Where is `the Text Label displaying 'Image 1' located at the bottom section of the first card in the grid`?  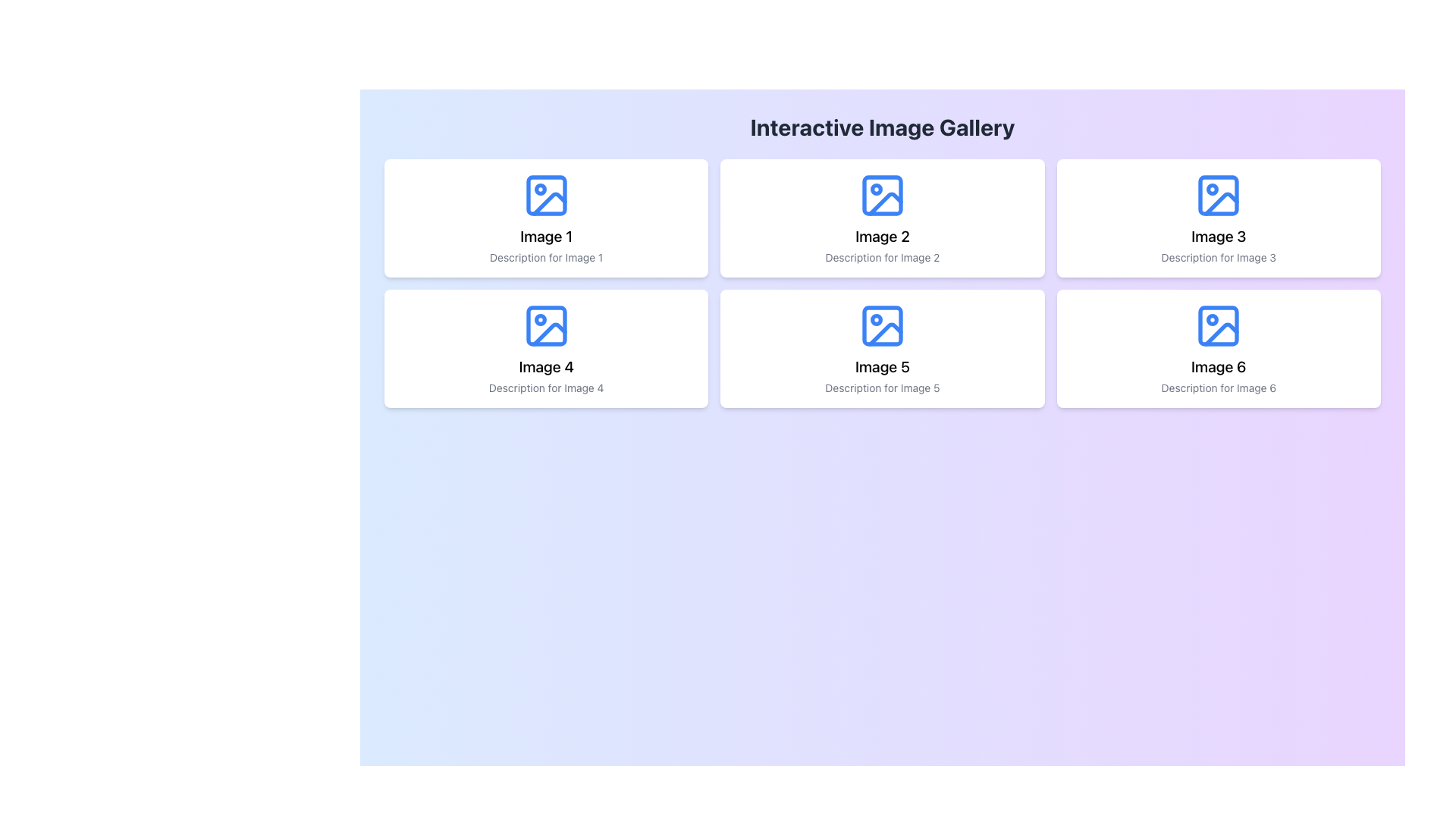 the Text Label displaying 'Image 1' located at the bottom section of the first card in the grid is located at coordinates (546, 237).